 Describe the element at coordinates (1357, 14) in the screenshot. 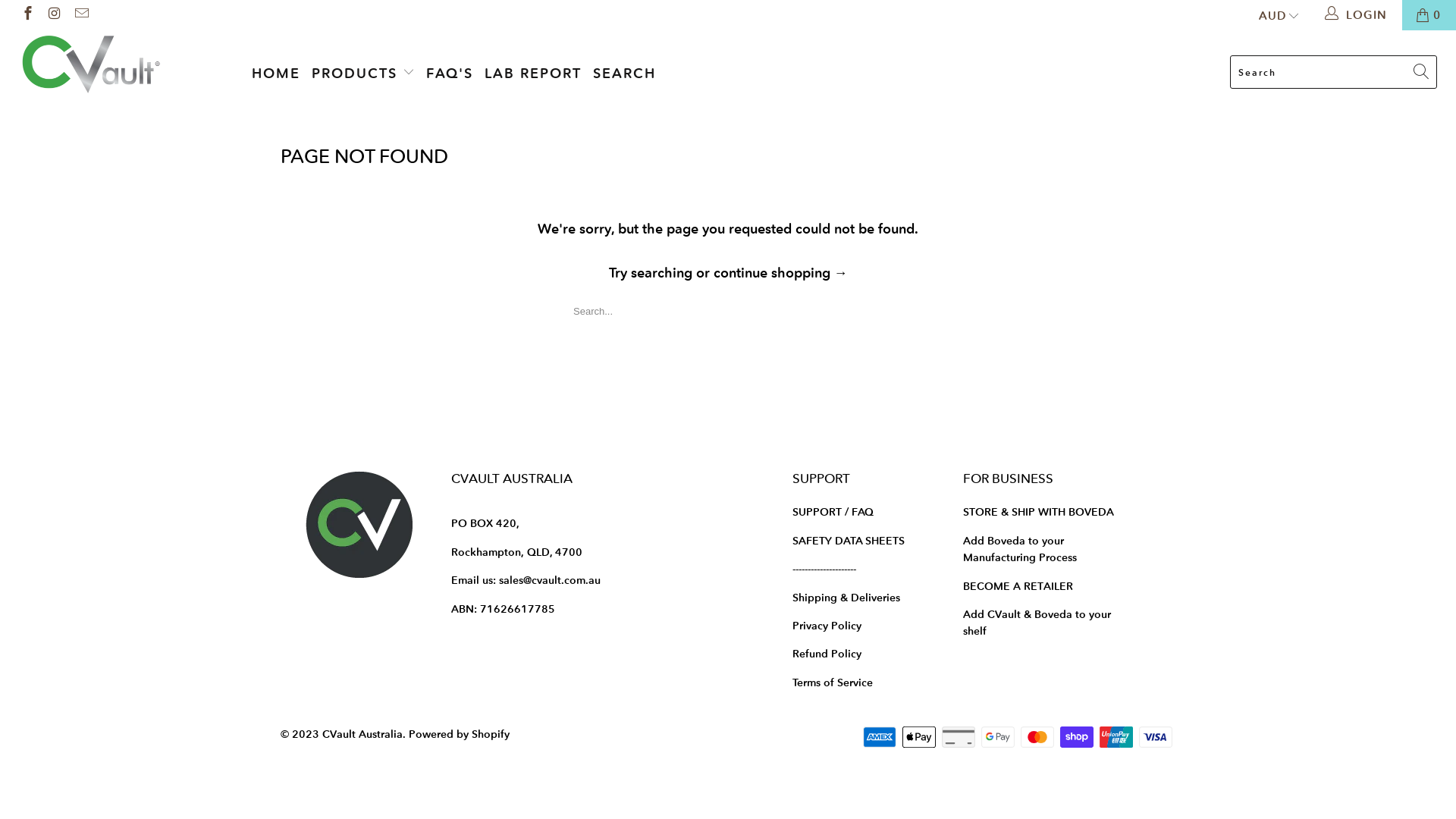

I see `'LOGIN'` at that location.